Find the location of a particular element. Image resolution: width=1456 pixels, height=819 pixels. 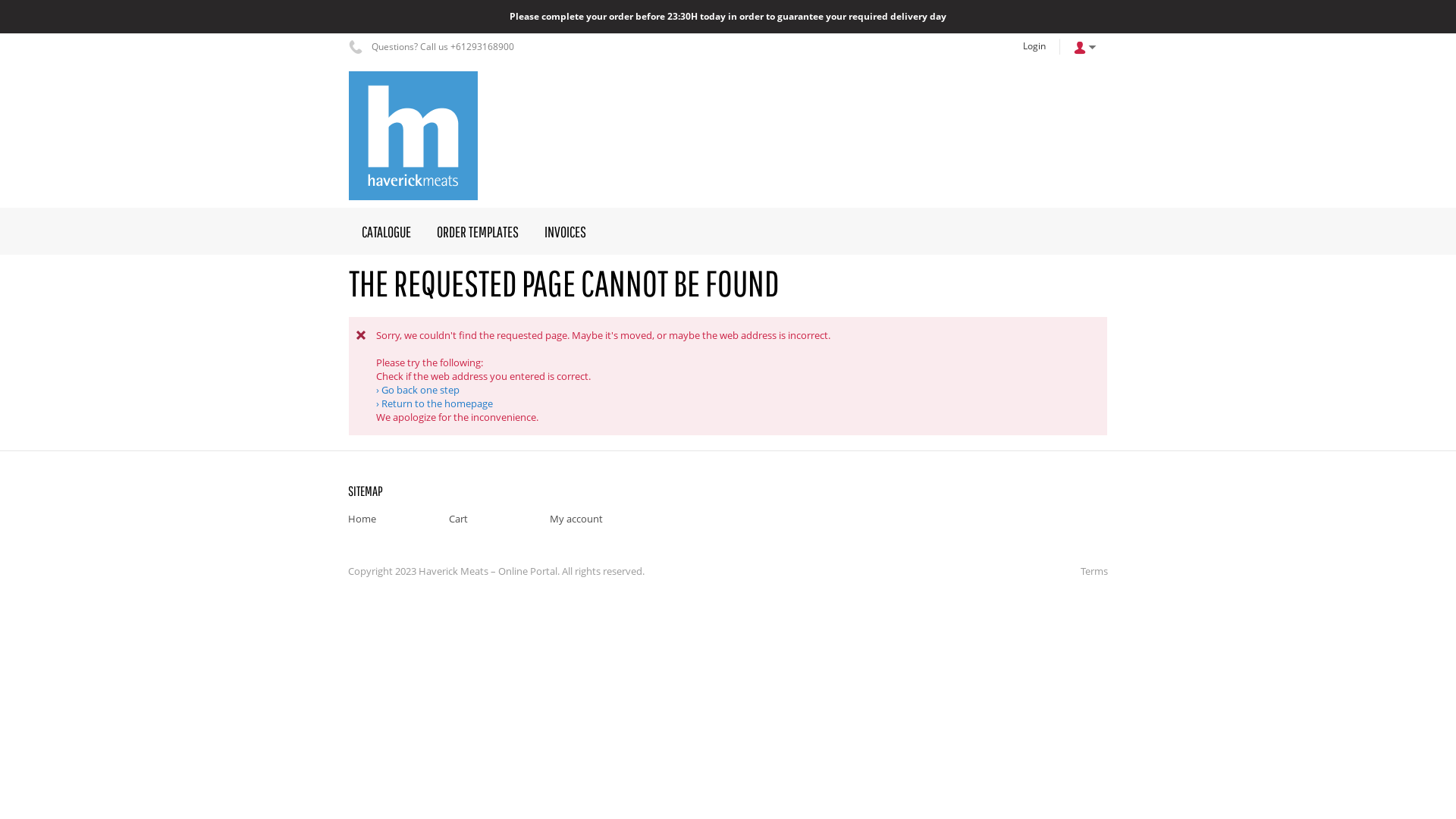

'Terms' is located at coordinates (1090, 570).